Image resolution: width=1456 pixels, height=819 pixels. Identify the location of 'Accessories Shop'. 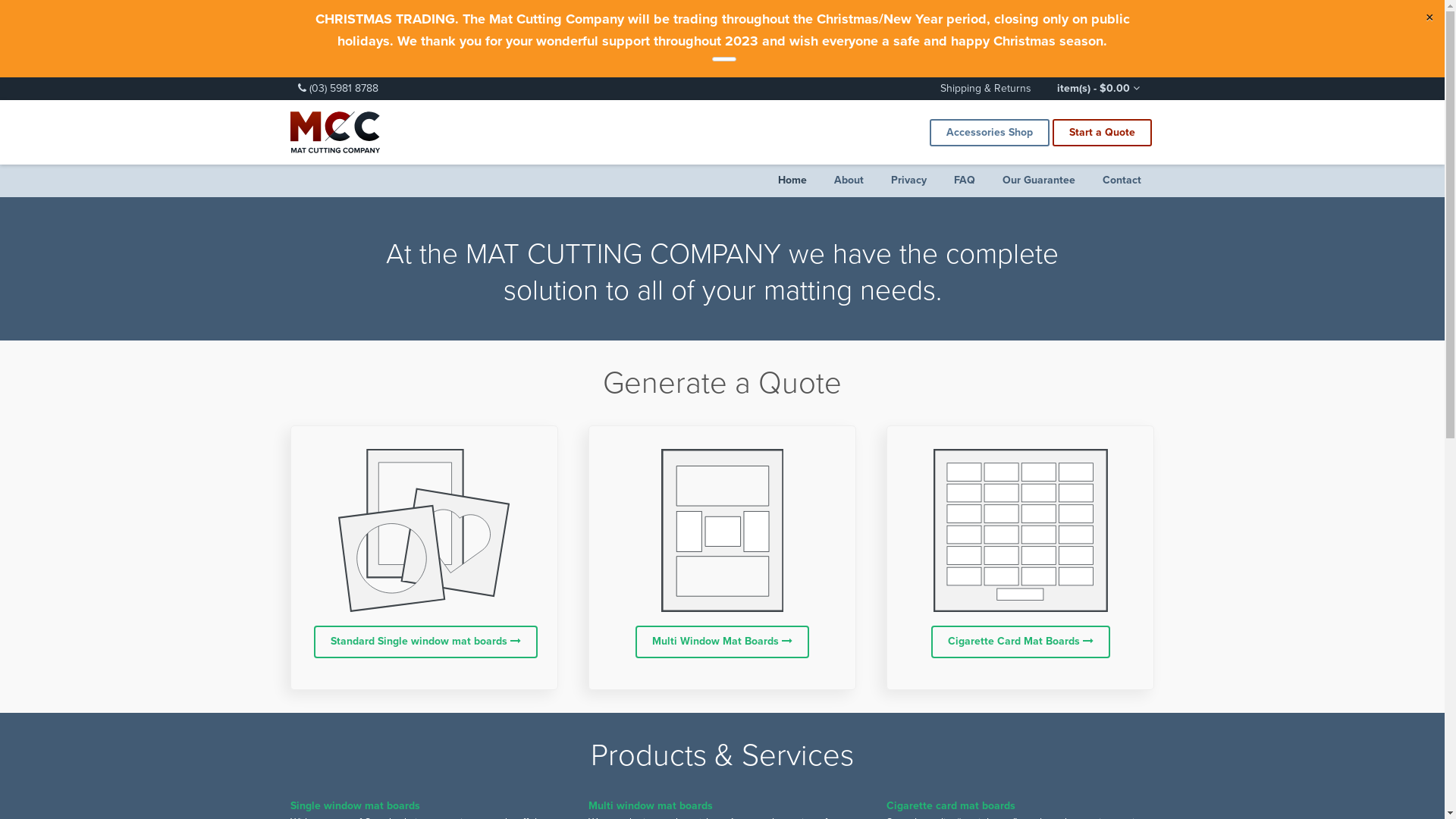
(990, 131).